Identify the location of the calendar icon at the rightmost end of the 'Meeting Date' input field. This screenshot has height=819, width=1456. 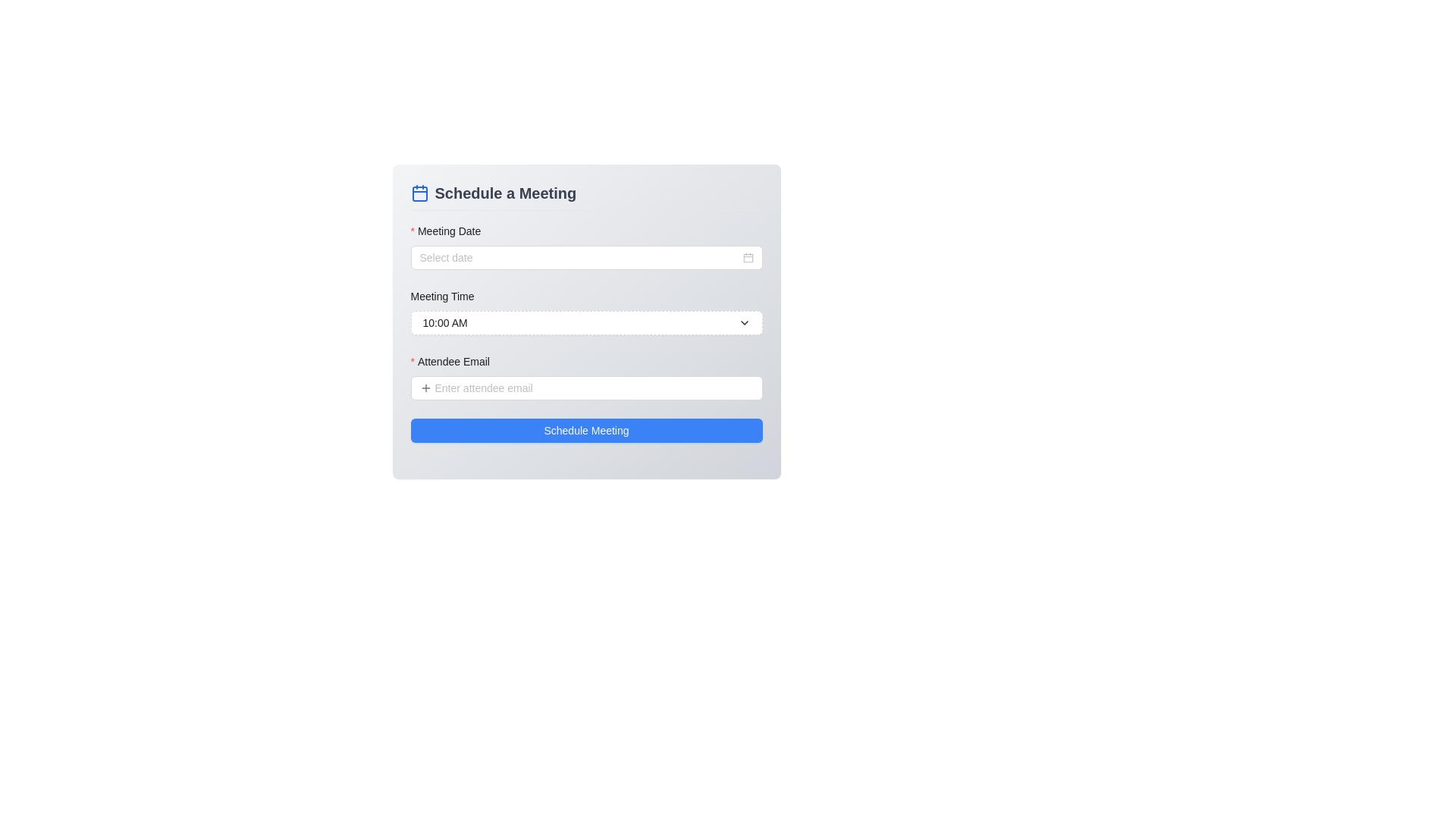
(748, 256).